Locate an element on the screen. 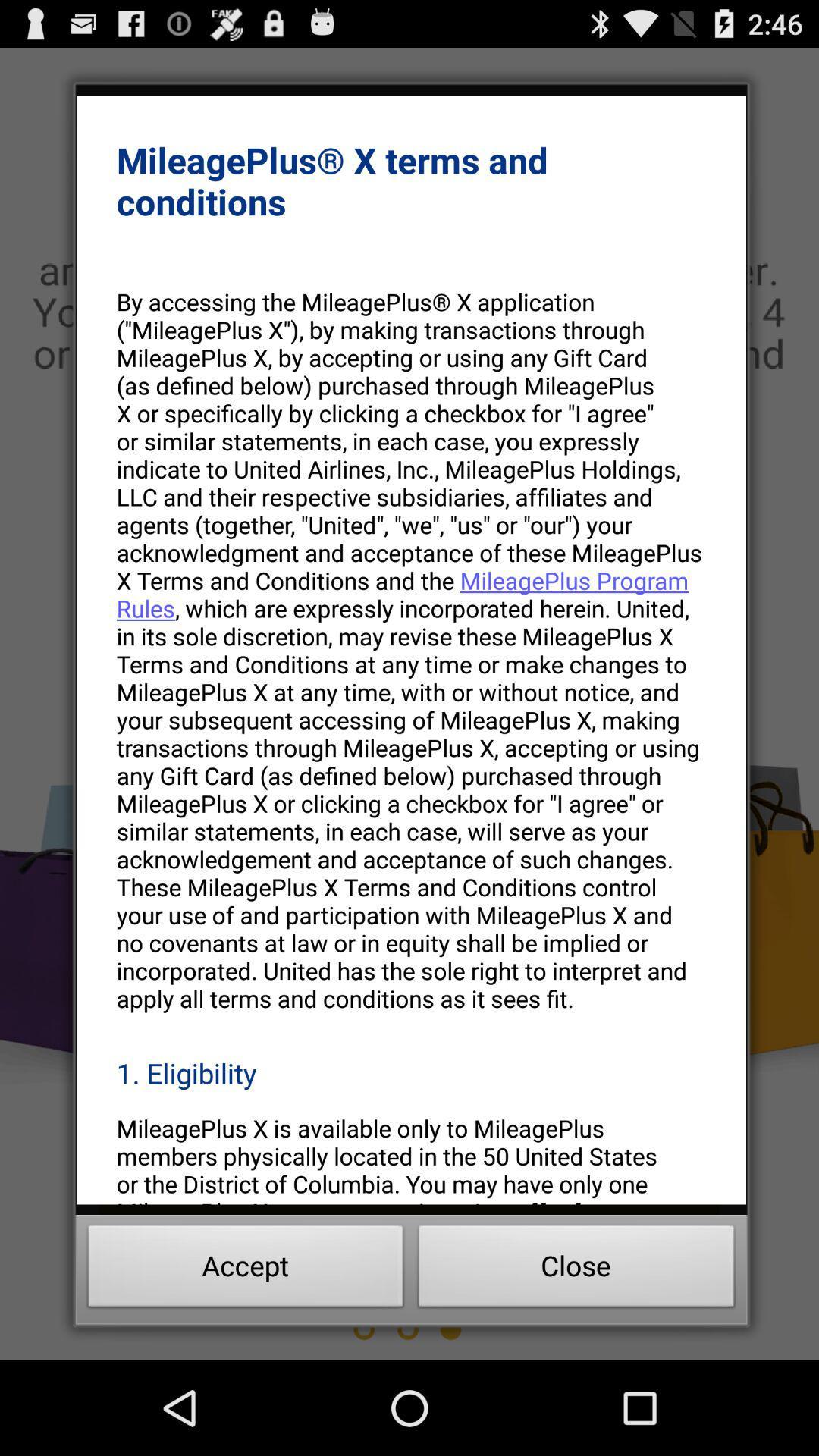 The height and width of the screenshot is (1456, 819). close at the bottom right corner is located at coordinates (576, 1270).